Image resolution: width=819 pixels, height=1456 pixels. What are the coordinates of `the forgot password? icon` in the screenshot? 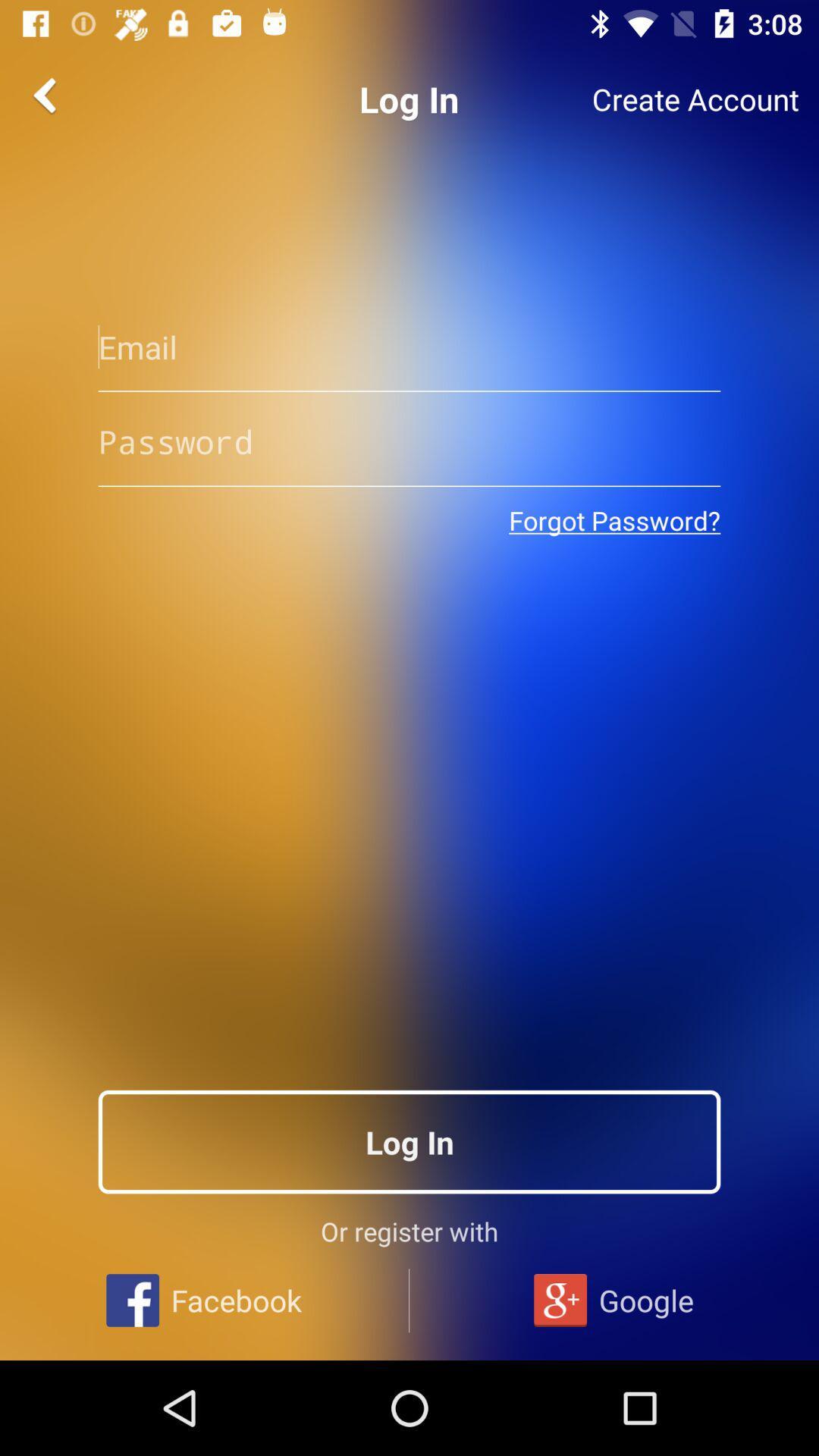 It's located at (614, 520).